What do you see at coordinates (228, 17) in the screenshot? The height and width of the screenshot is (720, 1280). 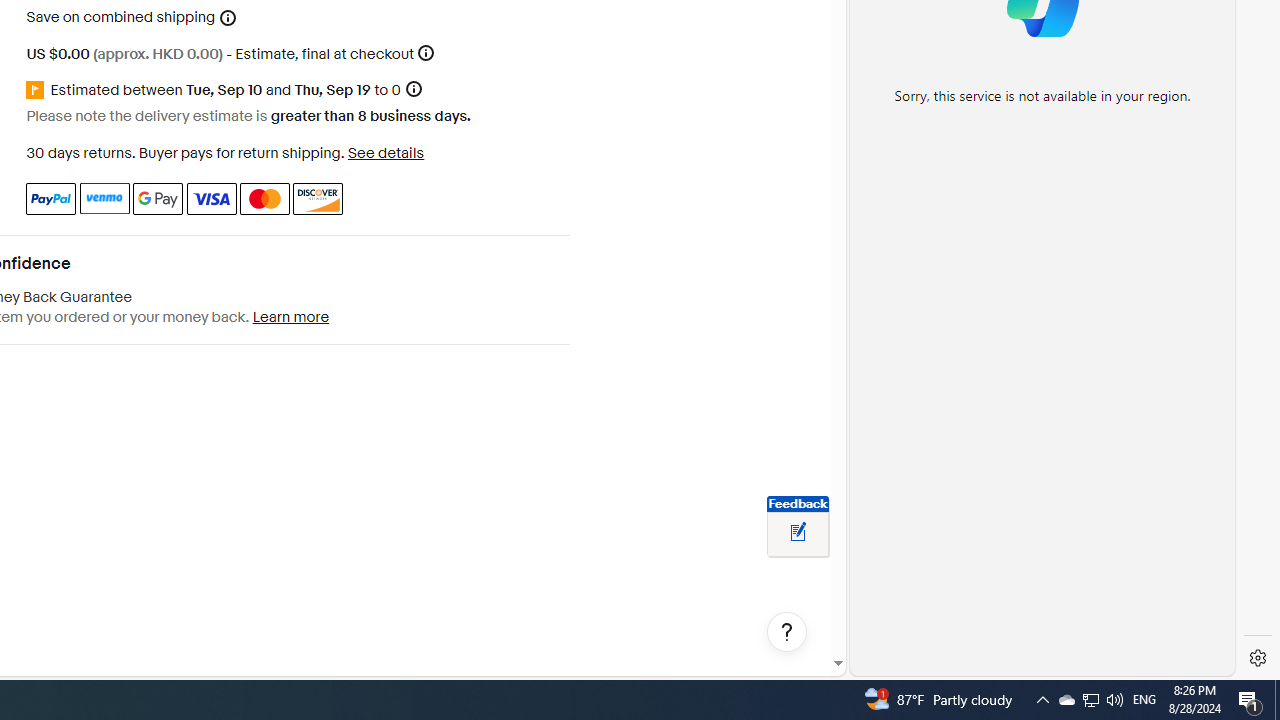 I see `'More information on Combined Shipping. Opens a layer.'` at bounding box center [228, 17].